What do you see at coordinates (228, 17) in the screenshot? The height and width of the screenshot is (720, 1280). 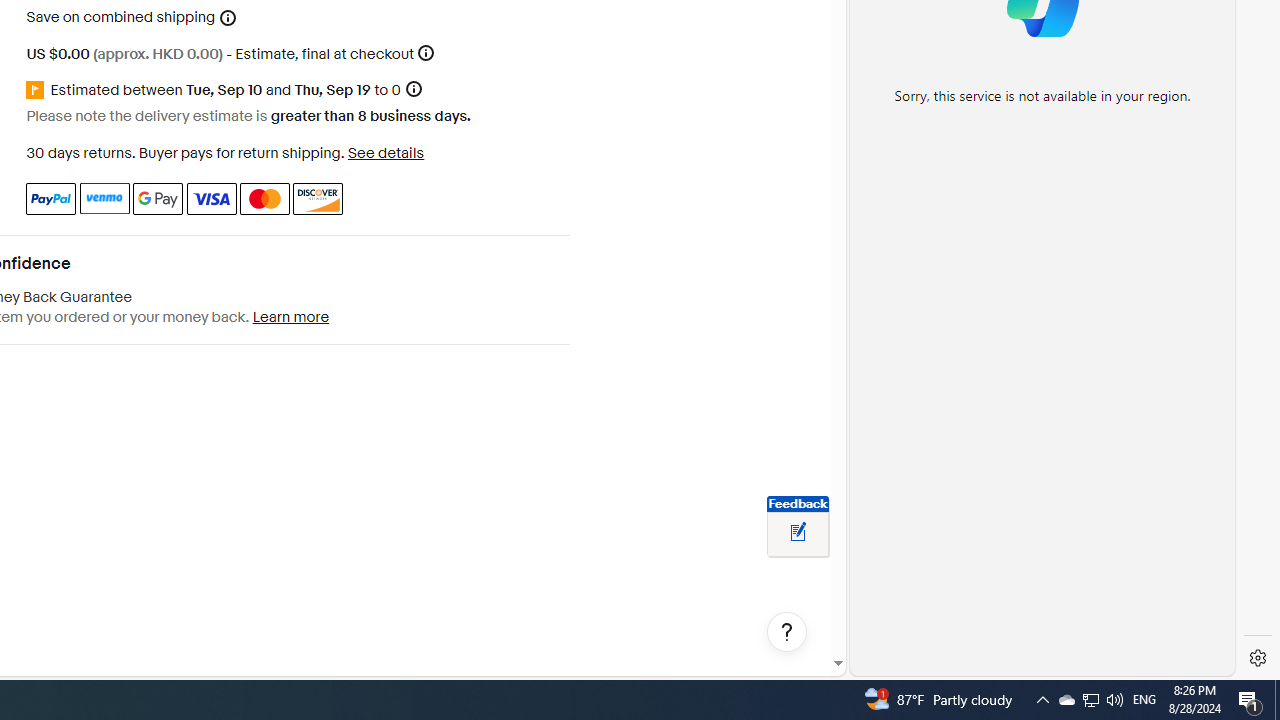 I see `'More information on Combined Shipping. Opens a layer.'` at bounding box center [228, 17].